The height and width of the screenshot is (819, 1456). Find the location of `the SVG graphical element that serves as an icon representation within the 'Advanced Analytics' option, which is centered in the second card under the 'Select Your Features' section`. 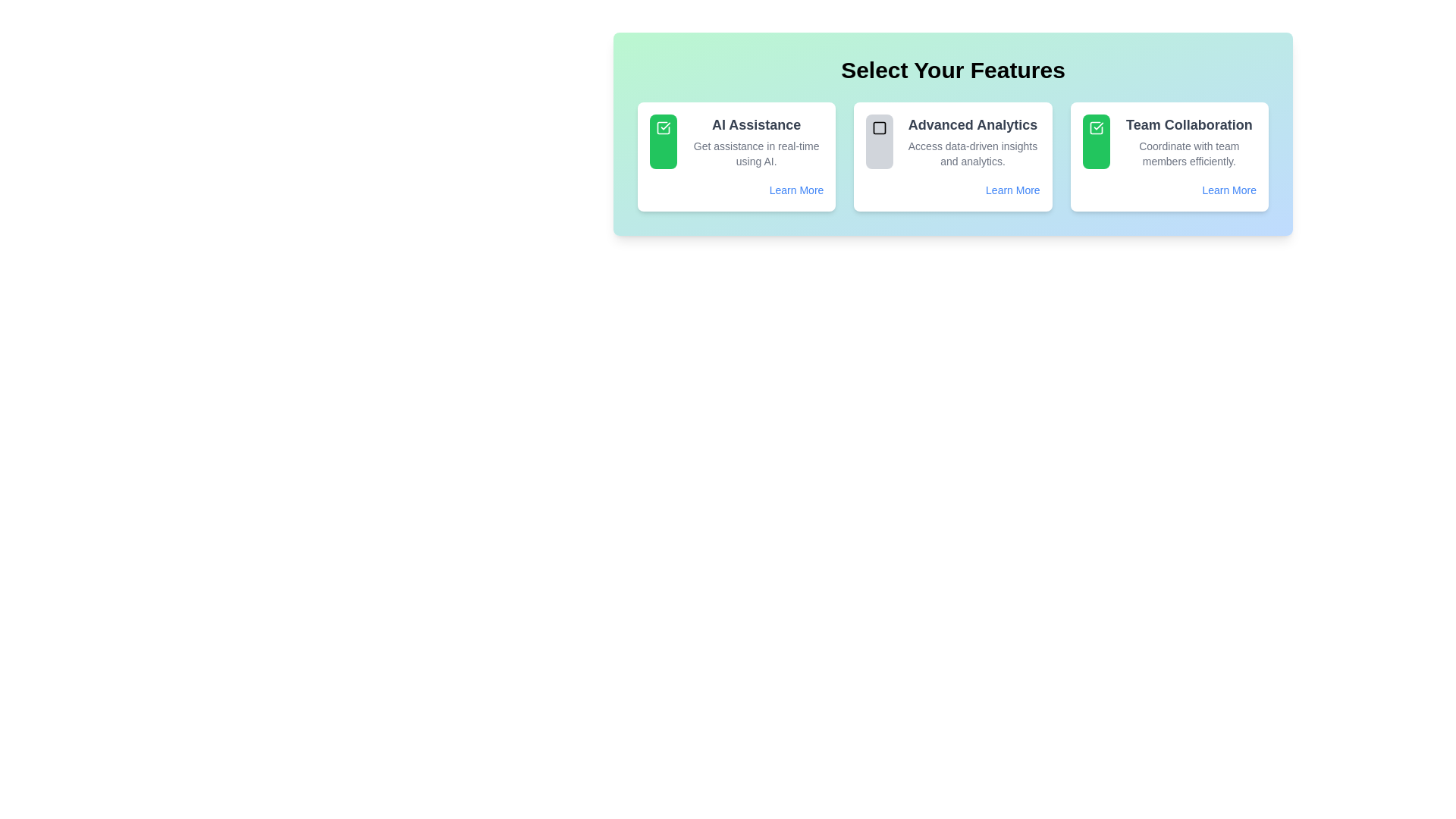

the SVG graphical element that serves as an icon representation within the 'Advanced Analytics' option, which is centered in the second card under the 'Select Your Features' section is located at coordinates (880, 127).